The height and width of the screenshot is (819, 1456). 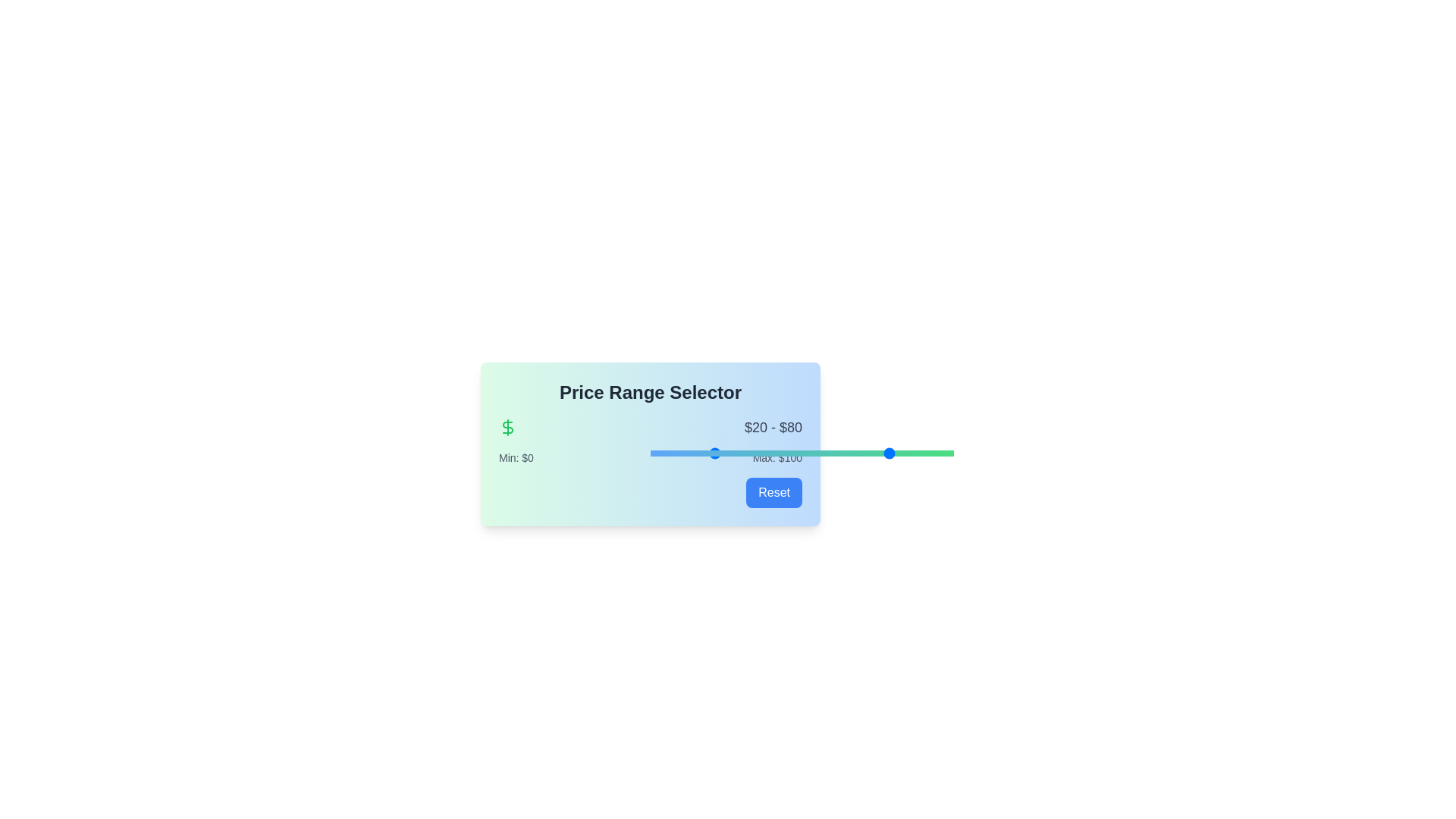 I want to click on the slider, so click(x=659, y=452).